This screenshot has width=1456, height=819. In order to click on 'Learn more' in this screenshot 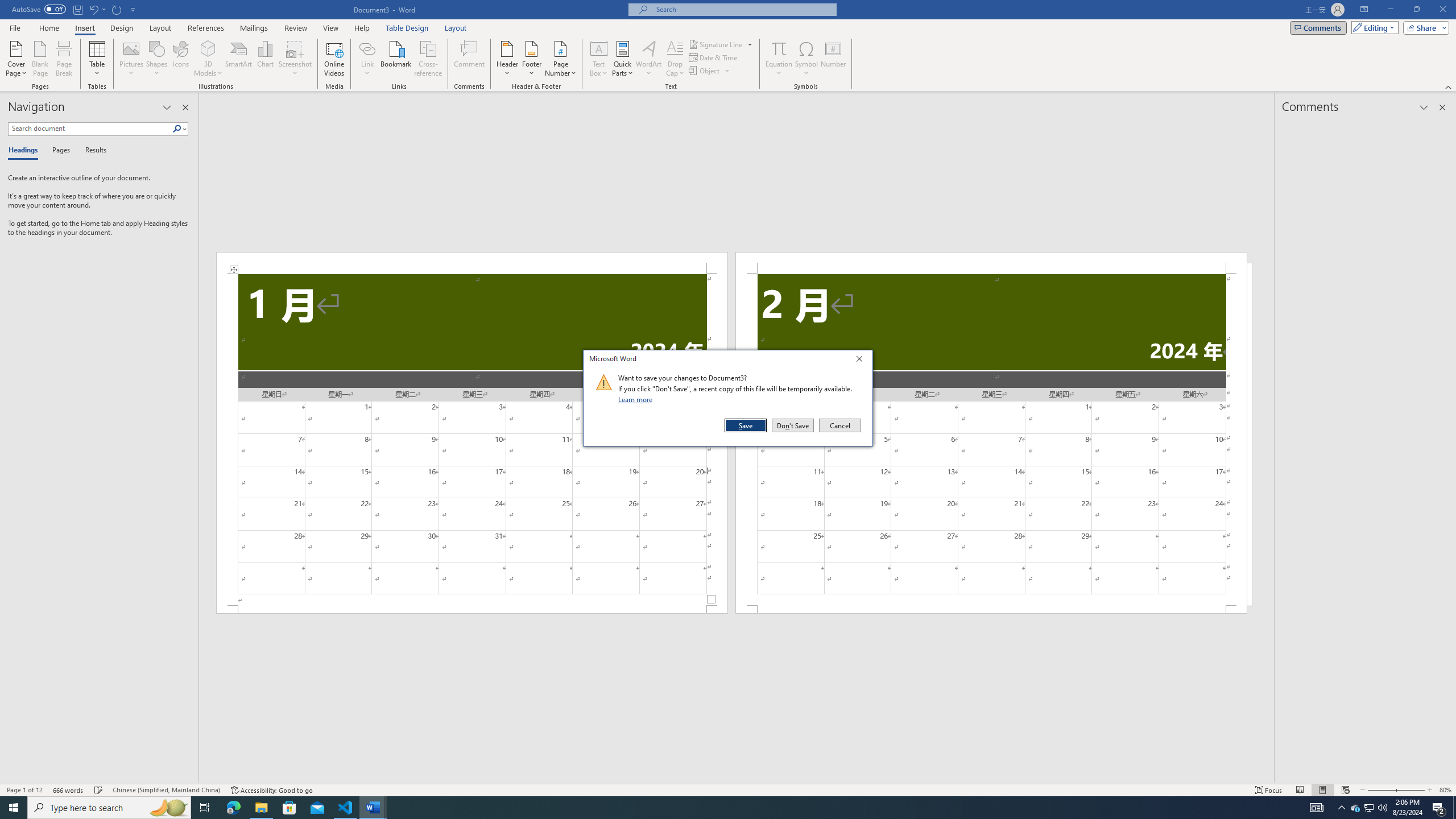, I will do `click(637, 399)`.